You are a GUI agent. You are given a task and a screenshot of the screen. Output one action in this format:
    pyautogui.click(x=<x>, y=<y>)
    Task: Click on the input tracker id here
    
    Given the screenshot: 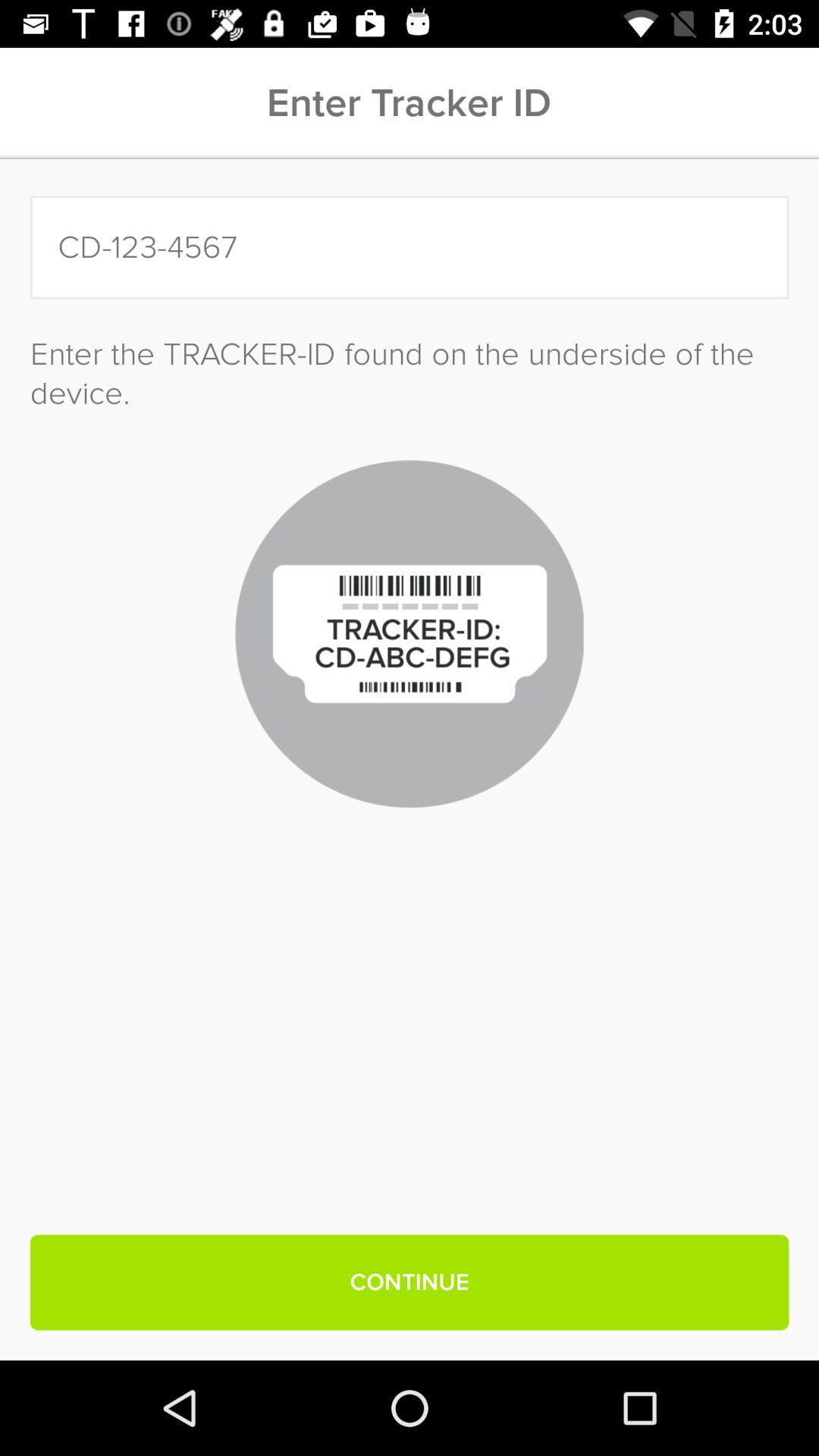 What is the action you would take?
    pyautogui.click(x=409, y=247)
    